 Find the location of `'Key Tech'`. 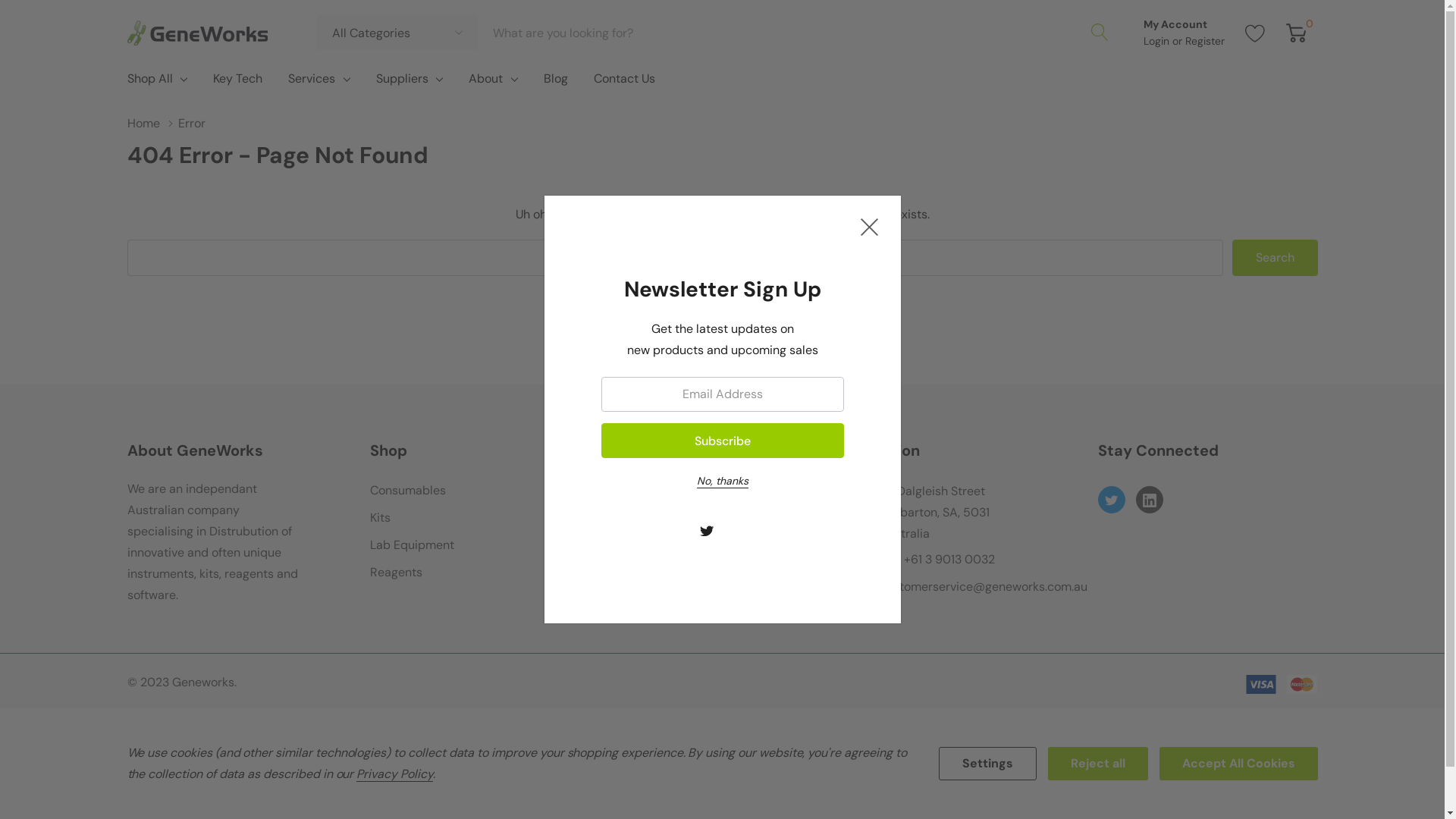

'Key Tech' is located at coordinates (199, 82).